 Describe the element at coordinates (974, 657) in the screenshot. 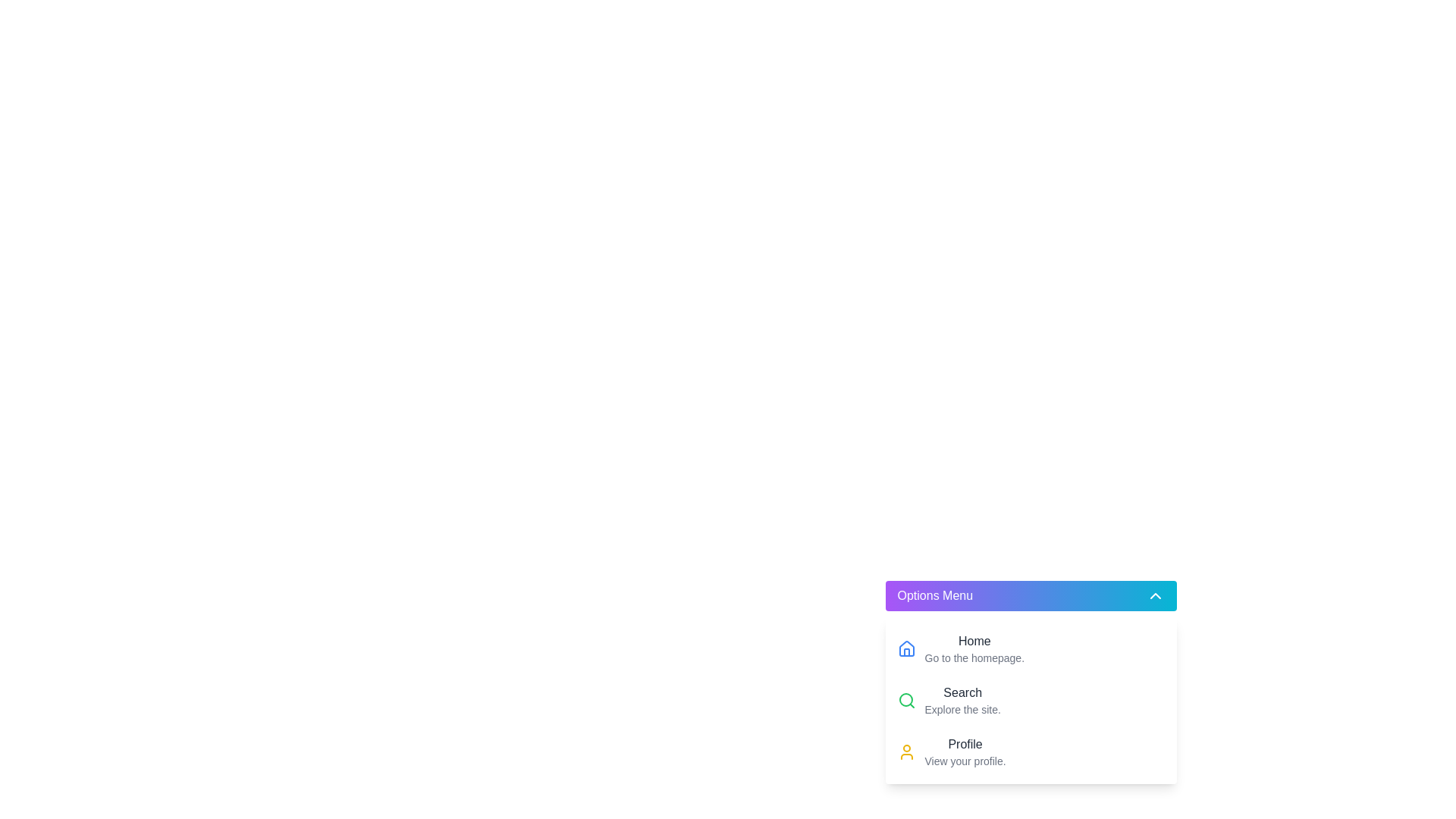

I see `the Text label that provides supplementary information for the 'Home' option located beneath the 'Home' text in the Options Menu` at that location.